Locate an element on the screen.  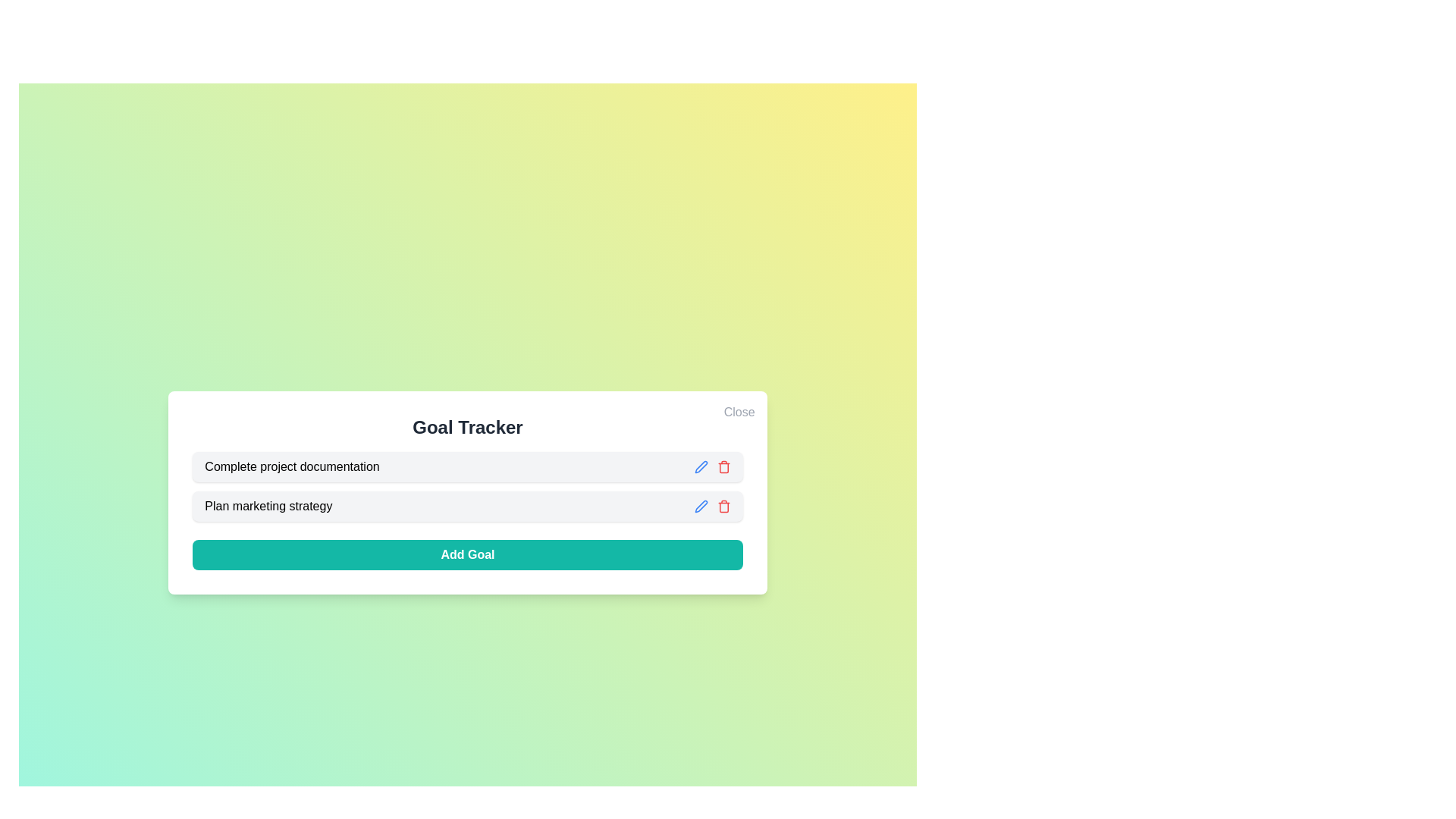
the close button to close the dialog is located at coordinates (739, 412).